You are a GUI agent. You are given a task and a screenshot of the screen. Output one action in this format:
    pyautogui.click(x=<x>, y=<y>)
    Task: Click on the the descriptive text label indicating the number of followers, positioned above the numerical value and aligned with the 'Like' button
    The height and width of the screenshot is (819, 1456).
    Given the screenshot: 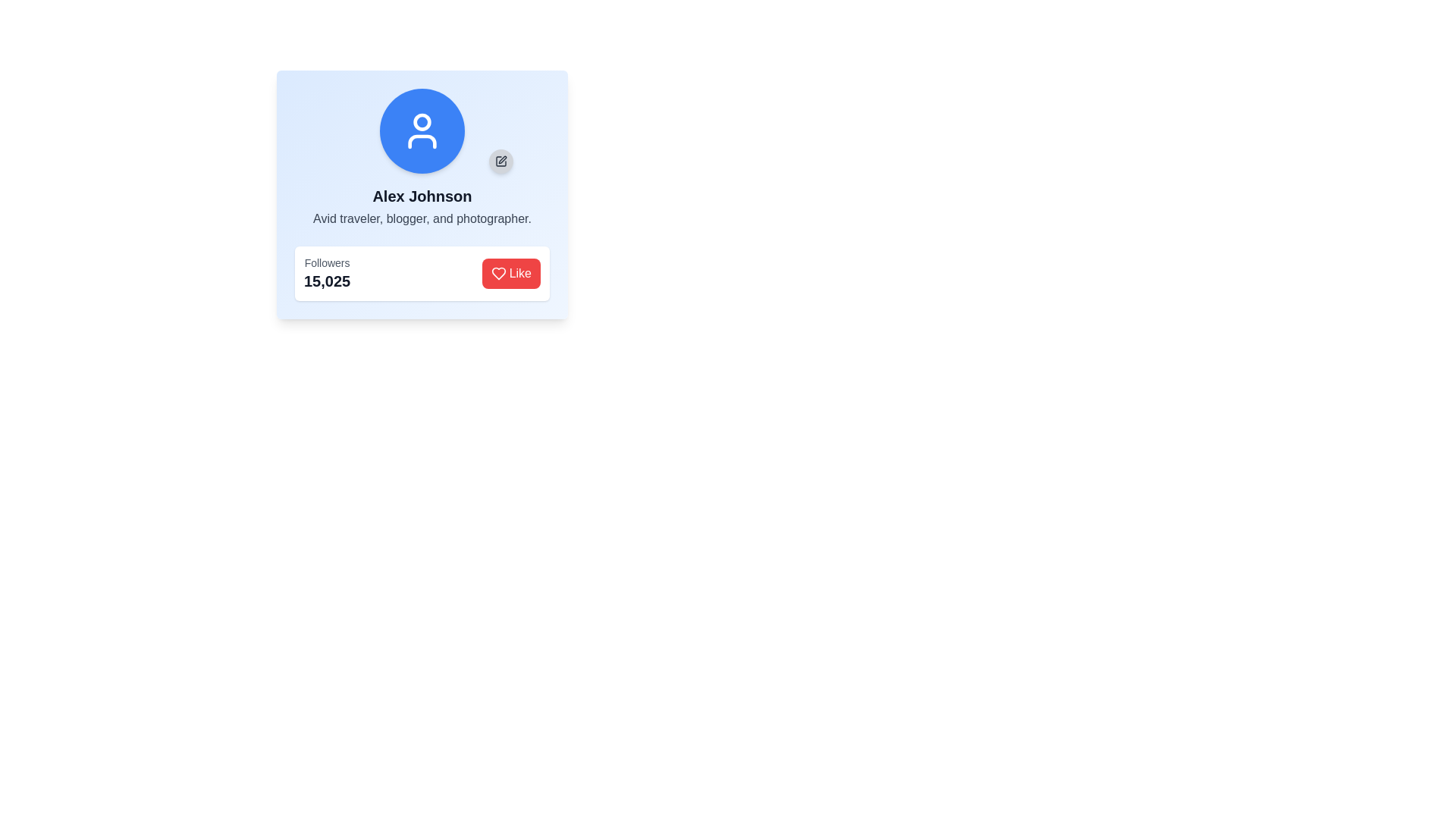 What is the action you would take?
    pyautogui.click(x=326, y=262)
    